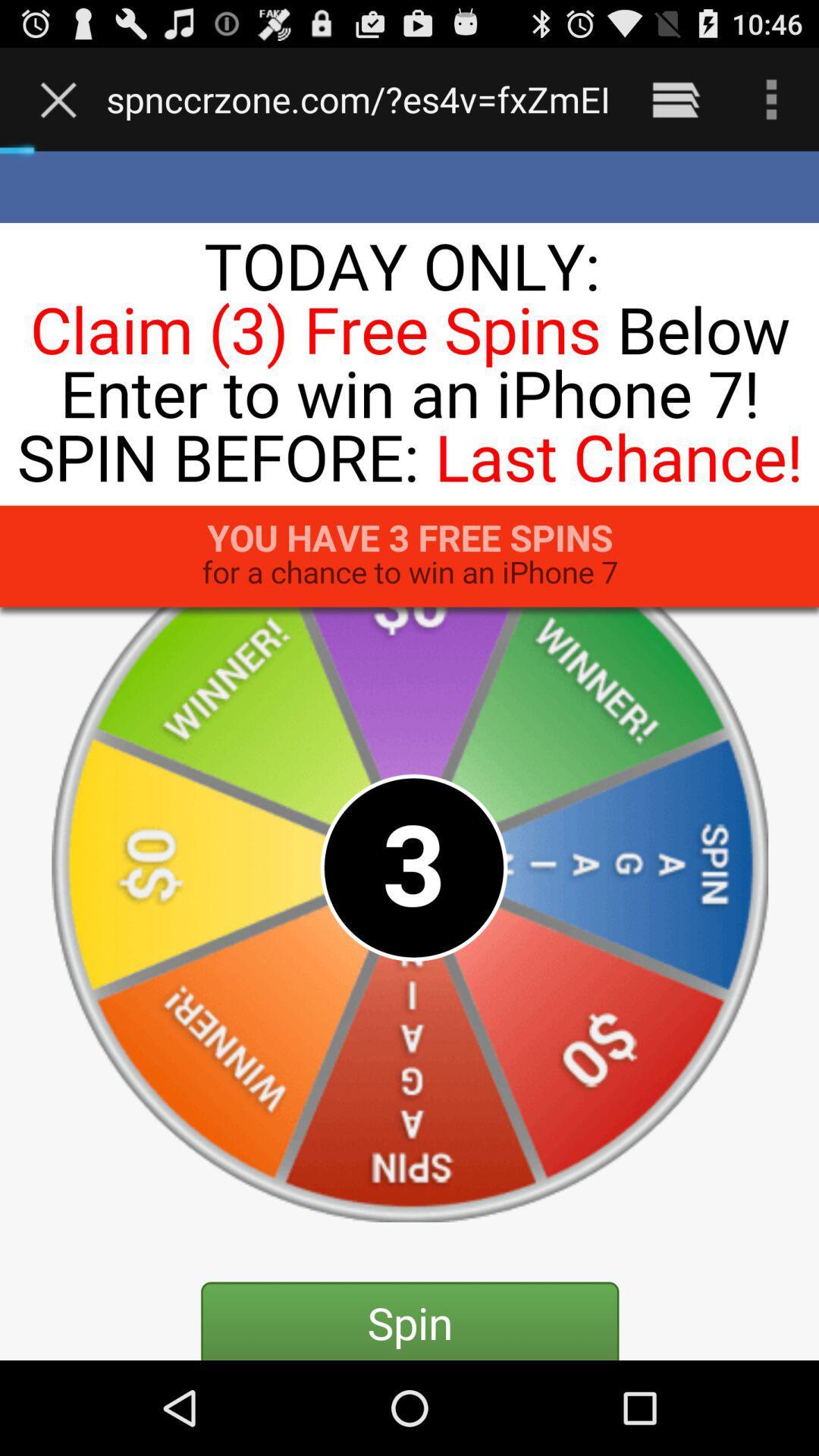  What do you see at coordinates (675, 99) in the screenshot?
I see `the icon to the right of the www electronicproductzone com icon` at bounding box center [675, 99].